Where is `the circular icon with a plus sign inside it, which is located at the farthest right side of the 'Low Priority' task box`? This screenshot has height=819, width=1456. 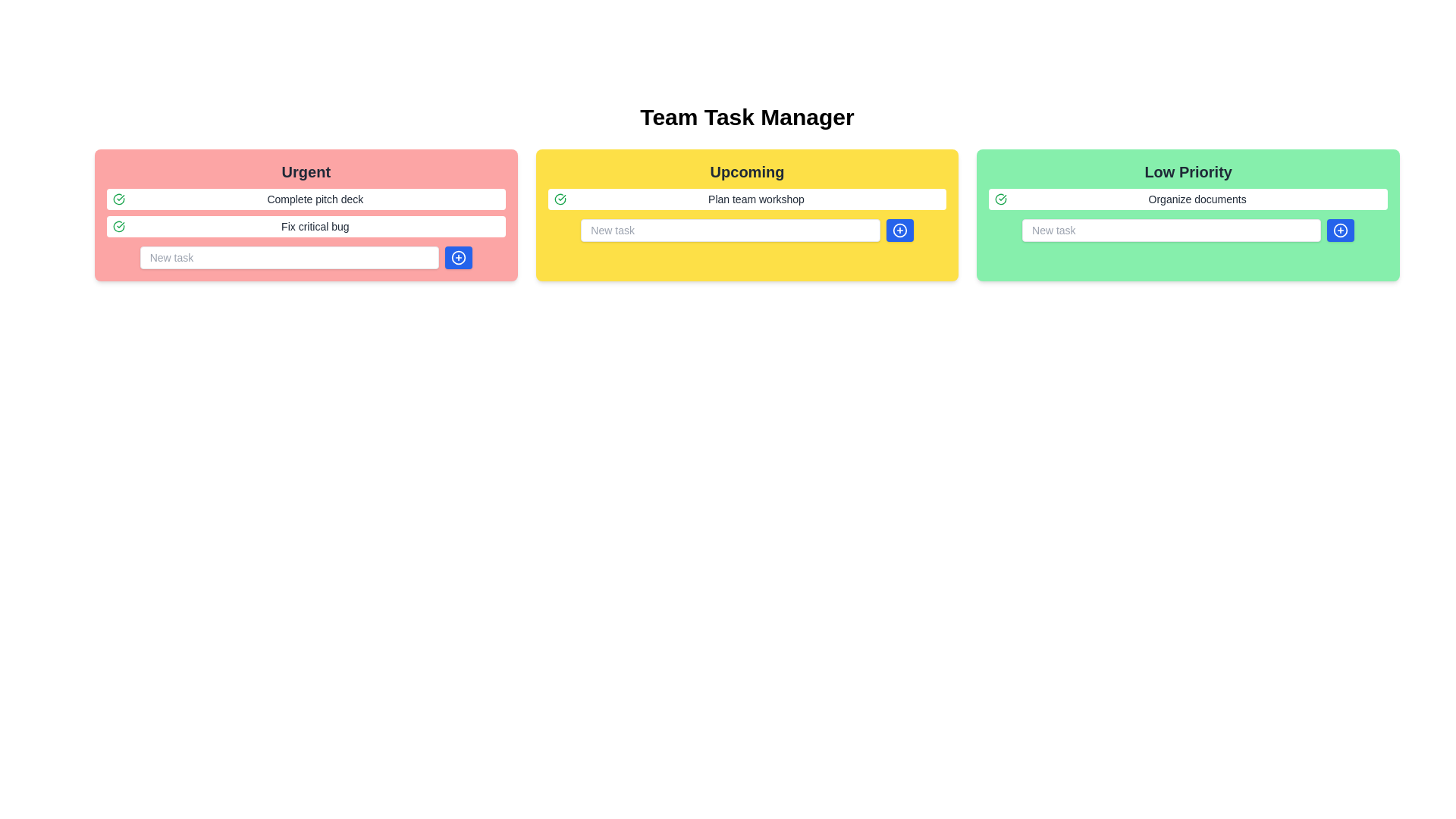 the circular icon with a plus sign inside it, which is located at the farthest right side of the 'Low Priority' task box is located at coordinates (1341, 231).